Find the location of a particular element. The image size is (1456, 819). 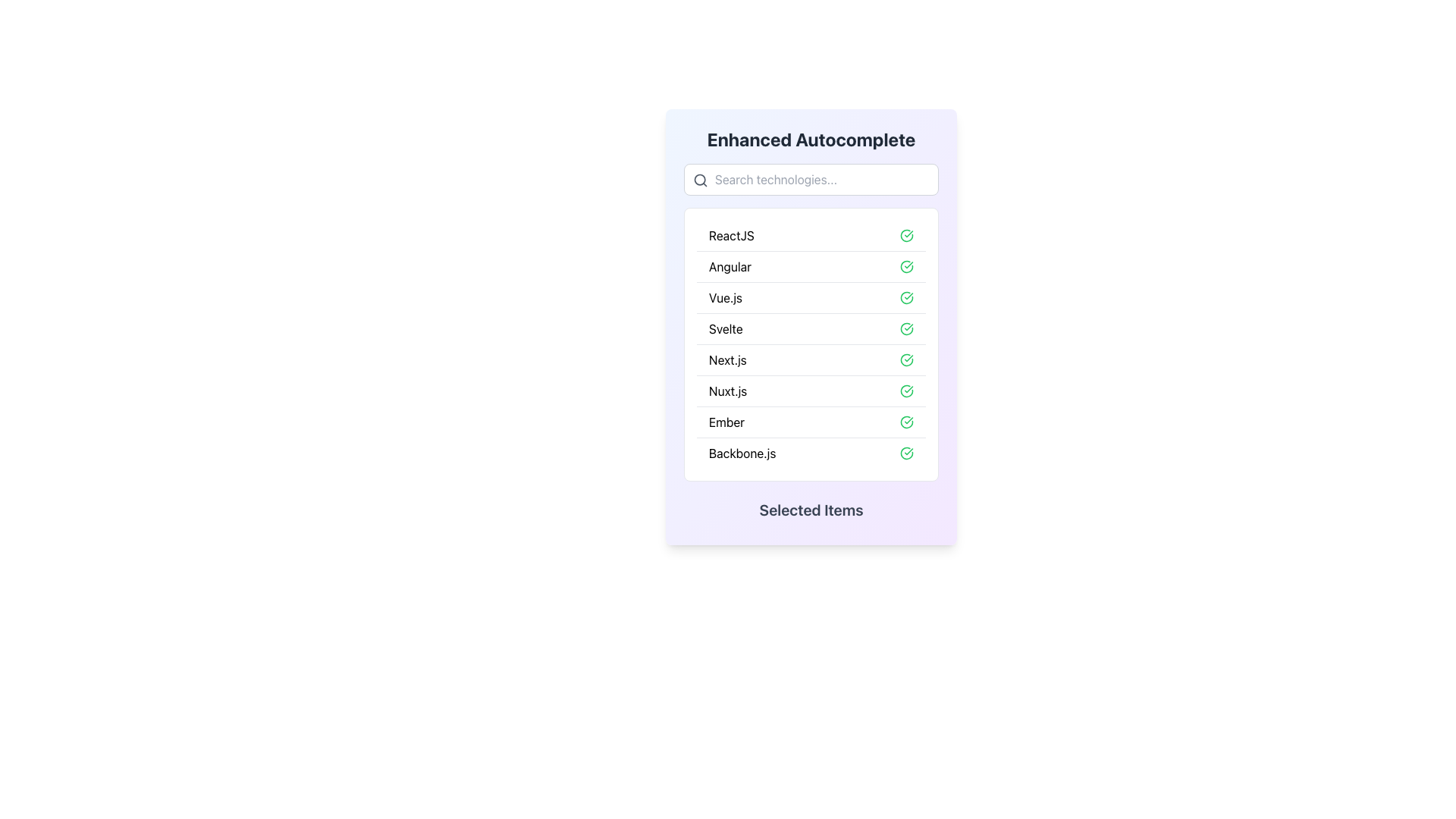

the upper curved arc of the green circular check mark SVG icon associated with the 'Backbone.js' text is located at coordinates (906, 452).